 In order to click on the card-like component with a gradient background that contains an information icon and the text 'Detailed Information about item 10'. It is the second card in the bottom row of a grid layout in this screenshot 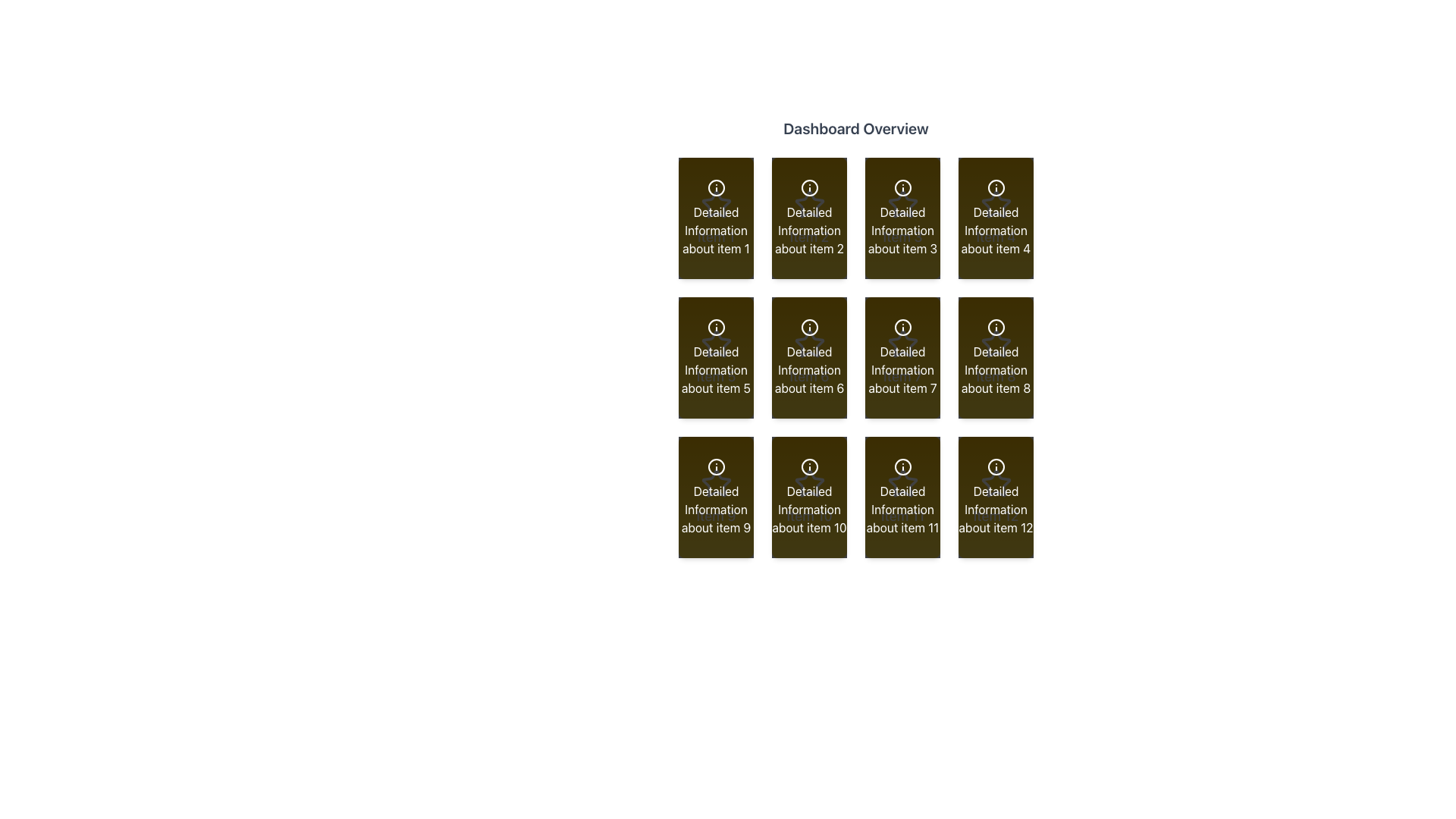, I will do `click(808, 497)`.